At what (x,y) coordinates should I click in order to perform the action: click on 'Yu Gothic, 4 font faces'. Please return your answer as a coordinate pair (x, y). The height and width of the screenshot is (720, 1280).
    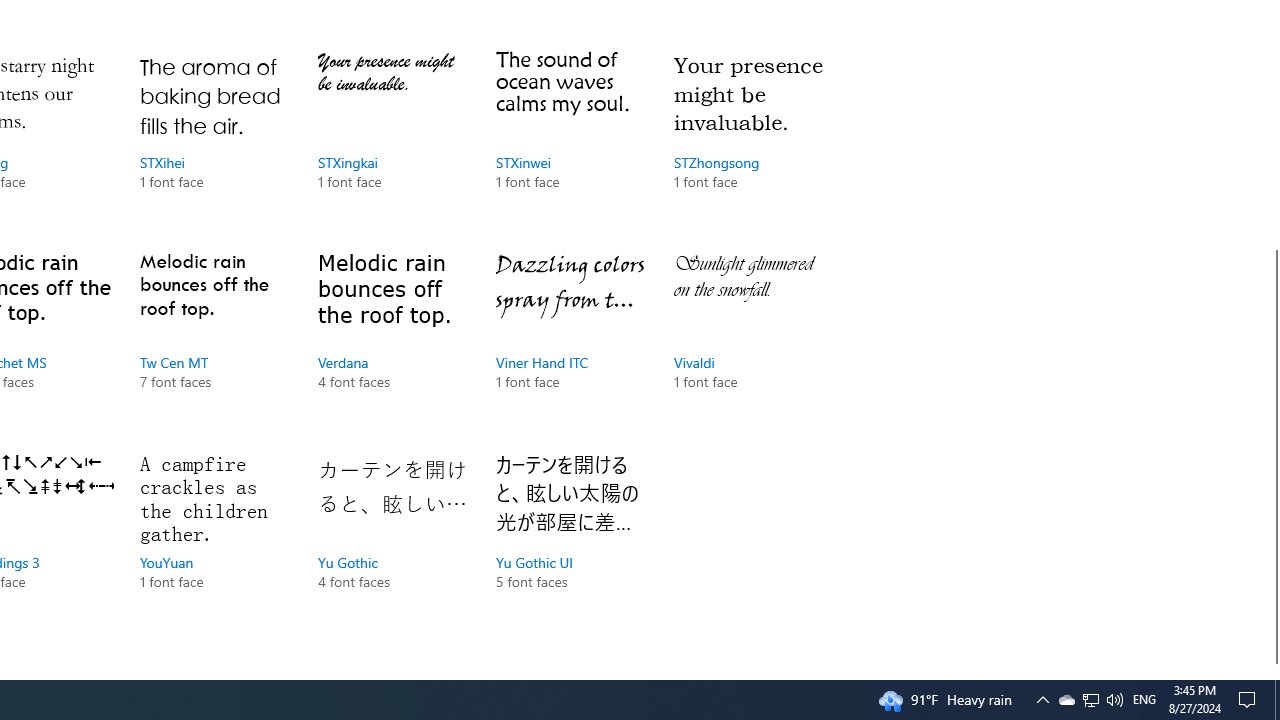
    Looking at the image, I should click on (392, 540).